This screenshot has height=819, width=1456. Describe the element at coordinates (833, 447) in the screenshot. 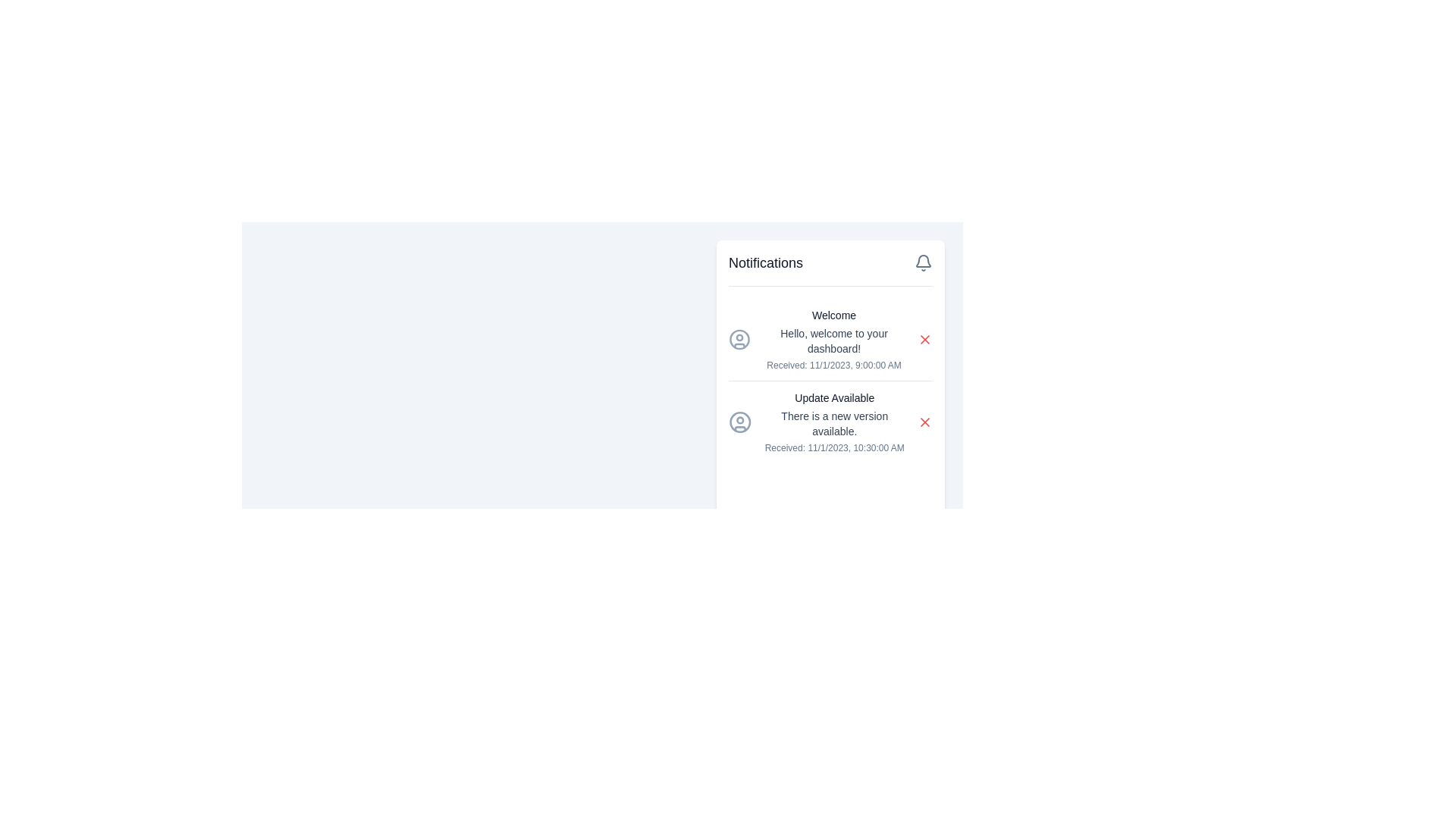

I see `displayed timestamp 'Received: 11/1/2023, 10:30:00 AM' from the text label positioned below the notification 'There is a new version available.'` at that location.